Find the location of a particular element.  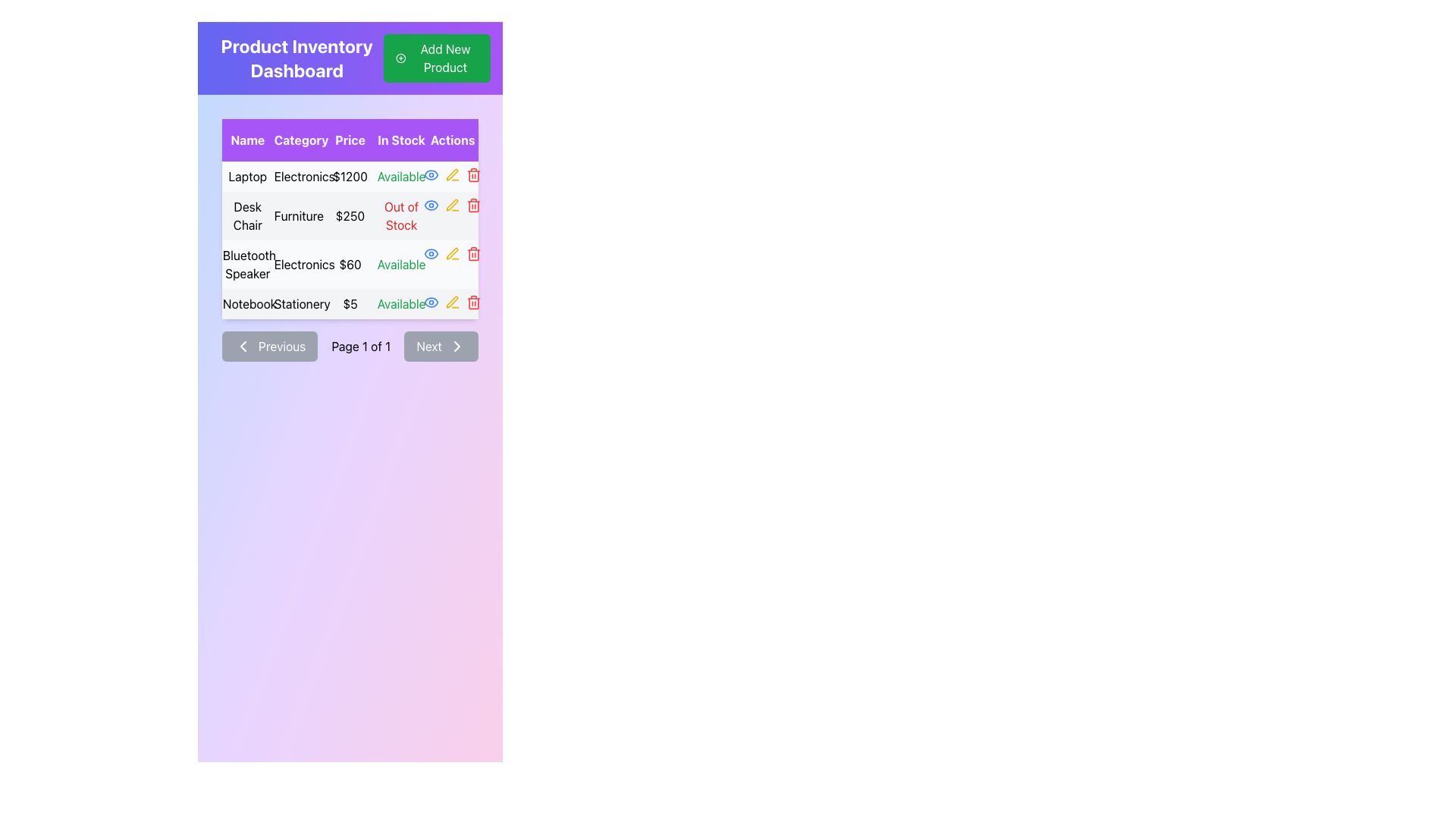

the yellow pen icon button located under the 'Actions' column of the third row in the table to initiate editing is located at coordinates (452, 205).